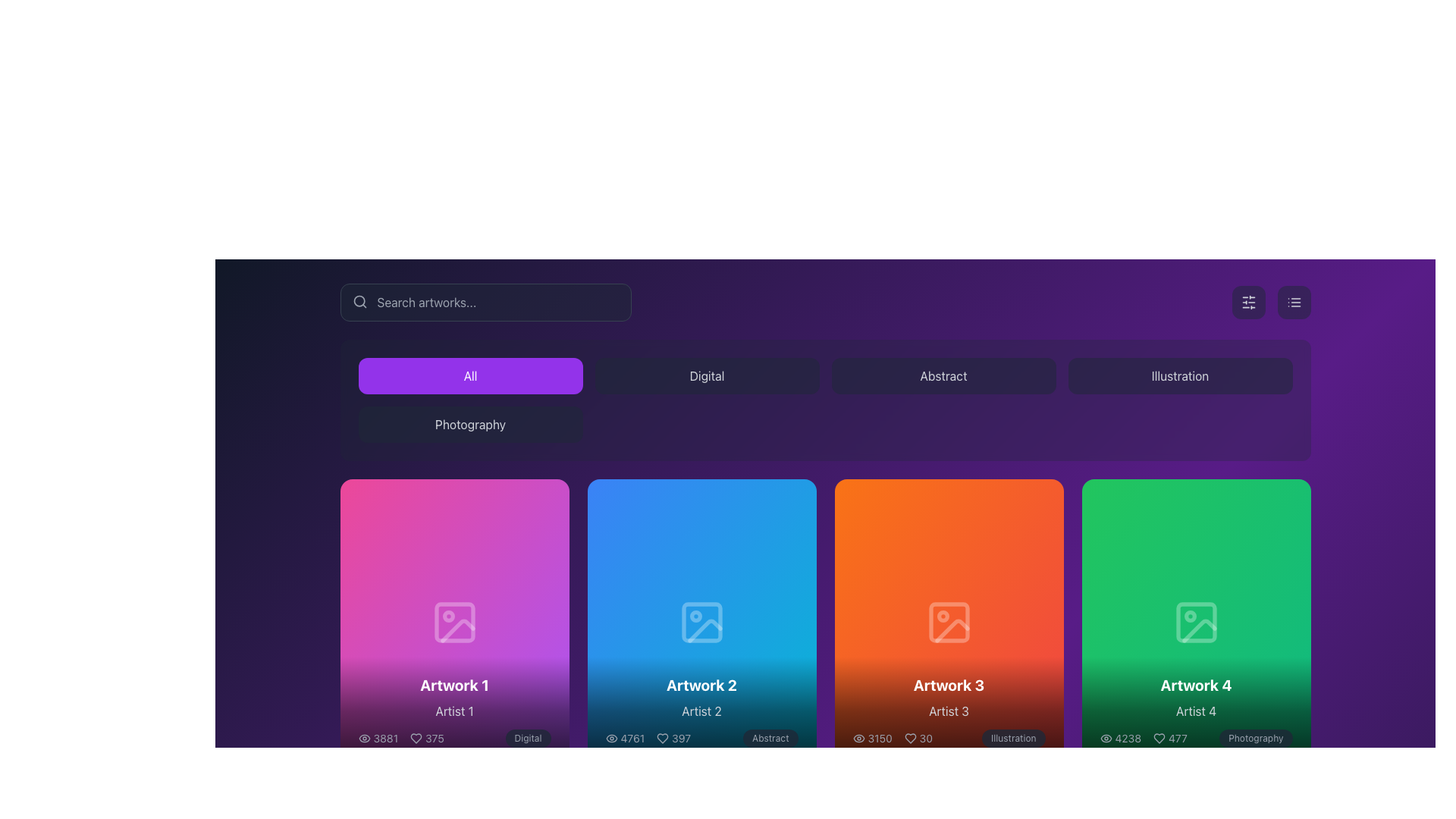 Image resolution: width=1456 pixels, height=819 pixels. Describe the element at coordinates (770, 737) in the screenshot. I see `text of the label or tag located at the bottom center of the second artwork card in the grid, beneath the text '397'` at that location.